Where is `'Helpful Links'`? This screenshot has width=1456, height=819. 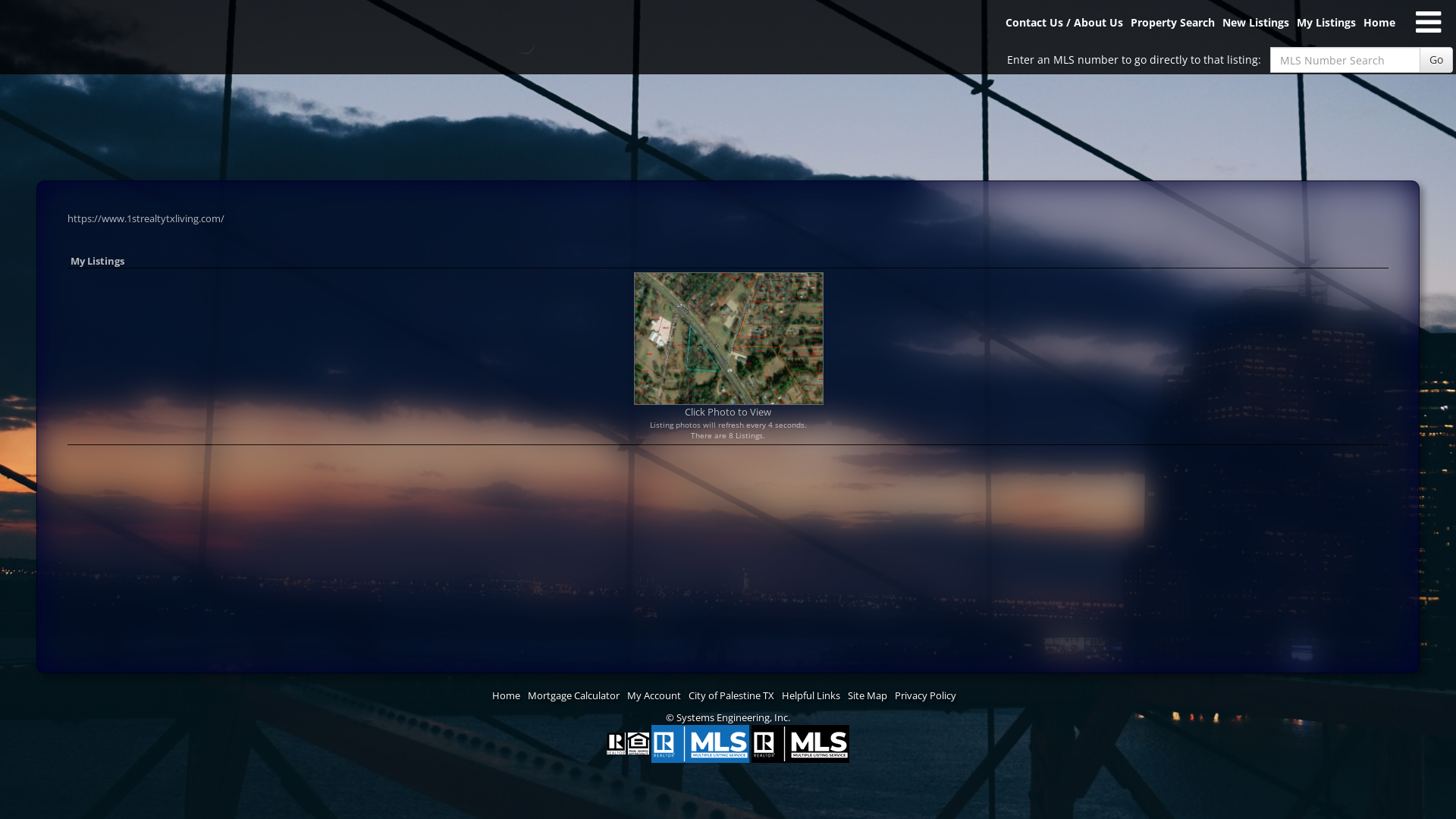 'Helpful Links' is located at coordinates (782, 695).